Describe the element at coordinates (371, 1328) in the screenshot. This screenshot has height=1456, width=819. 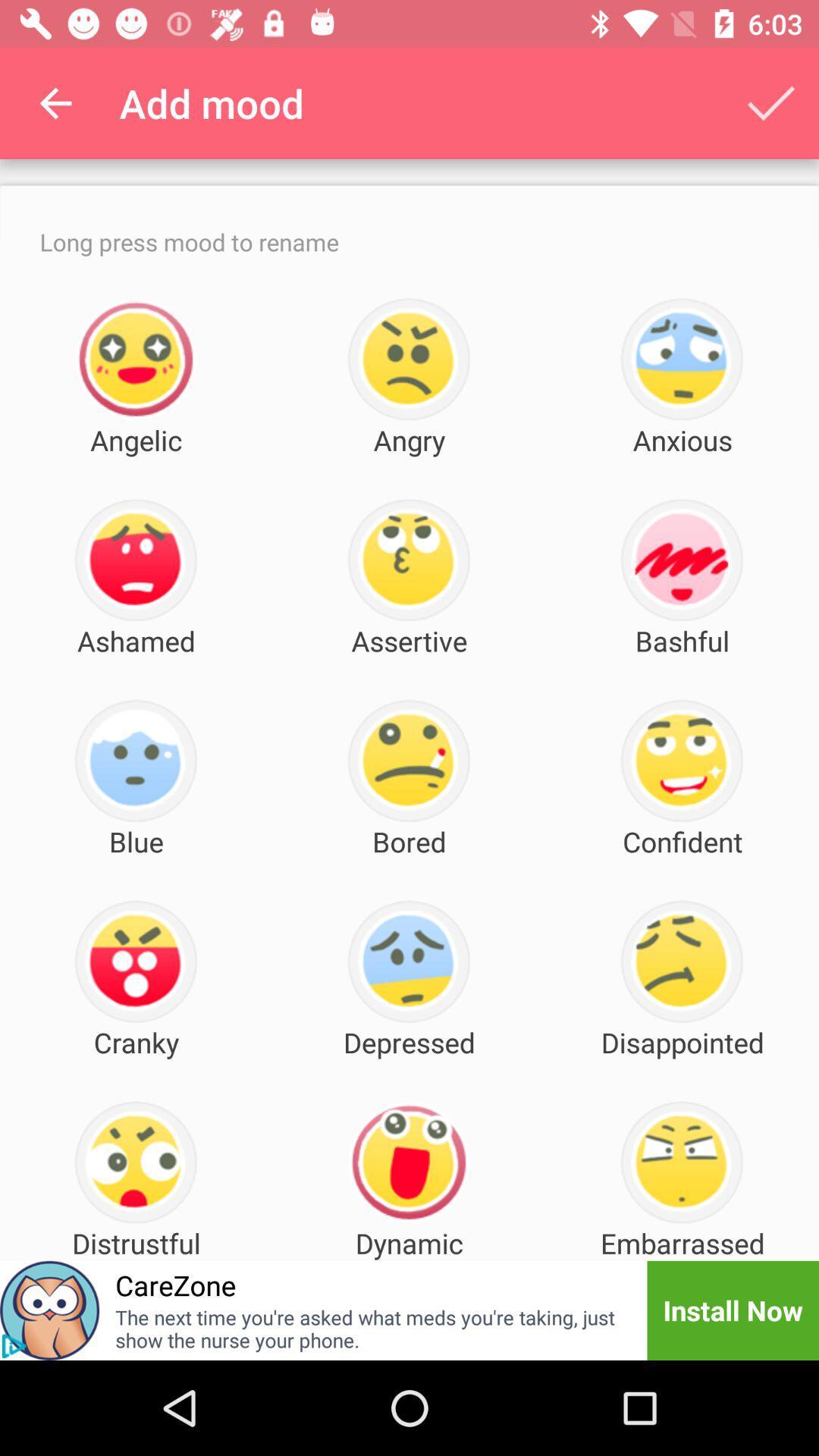
I see `the item next to install now icon` at that location.